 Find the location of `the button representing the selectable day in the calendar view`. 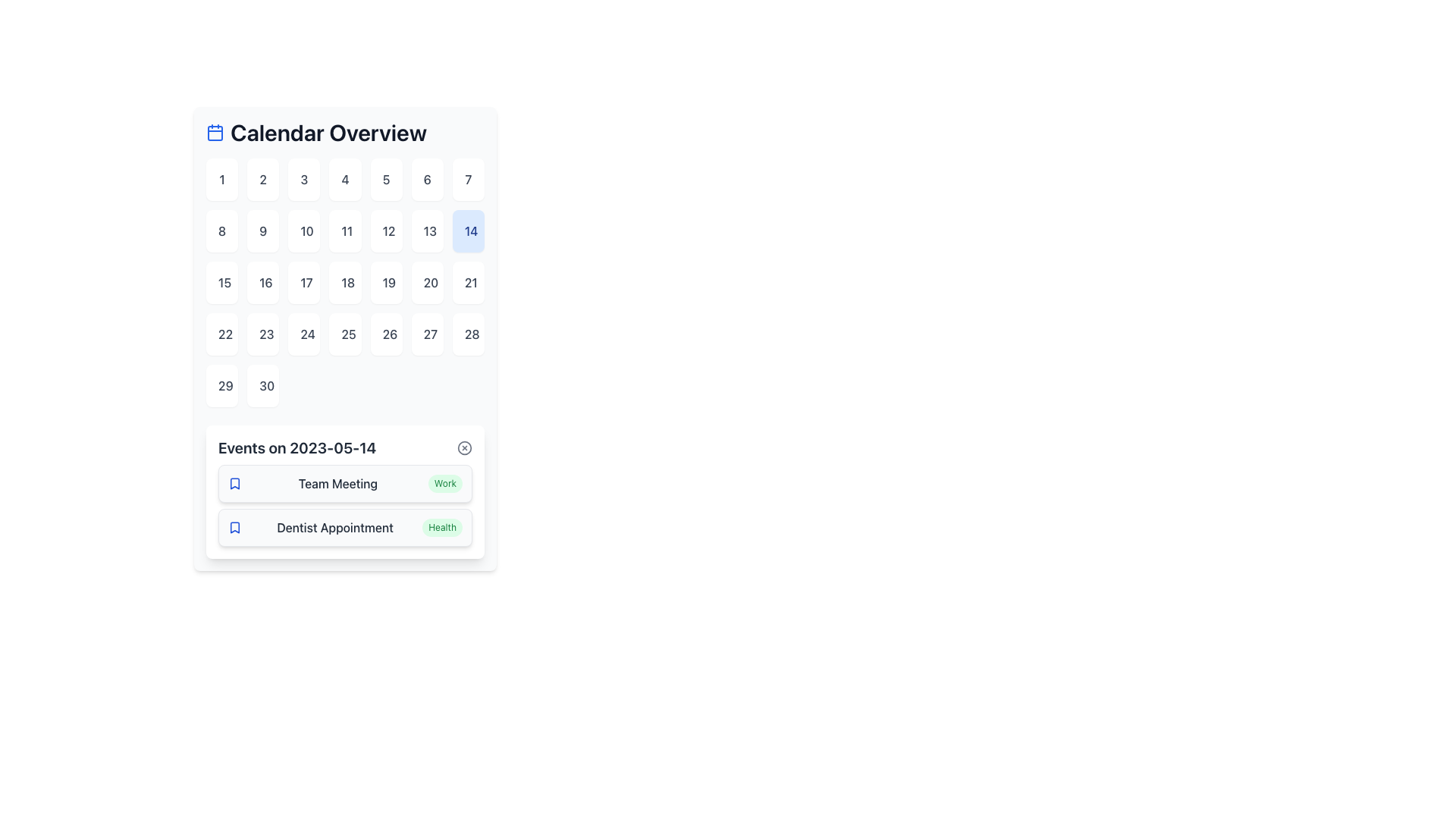

the button representing the selectable day in the calendar view is located at coordinates (263, 231).